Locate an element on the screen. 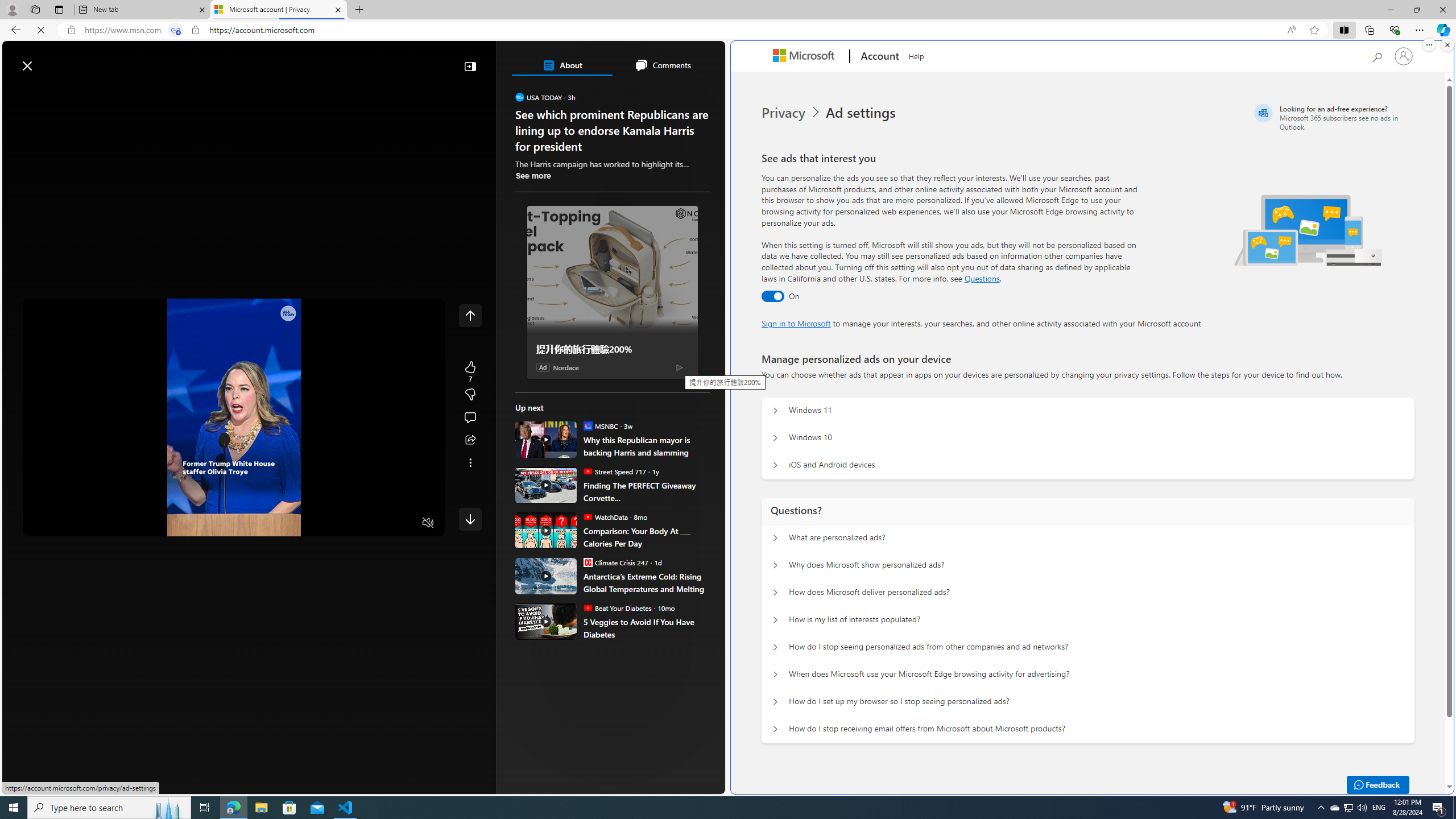 The width and height of the screenshot is (1456, 819). 'Beat Your Diabetes Beat Your Diabetes' is located at coordinates (617, 607).